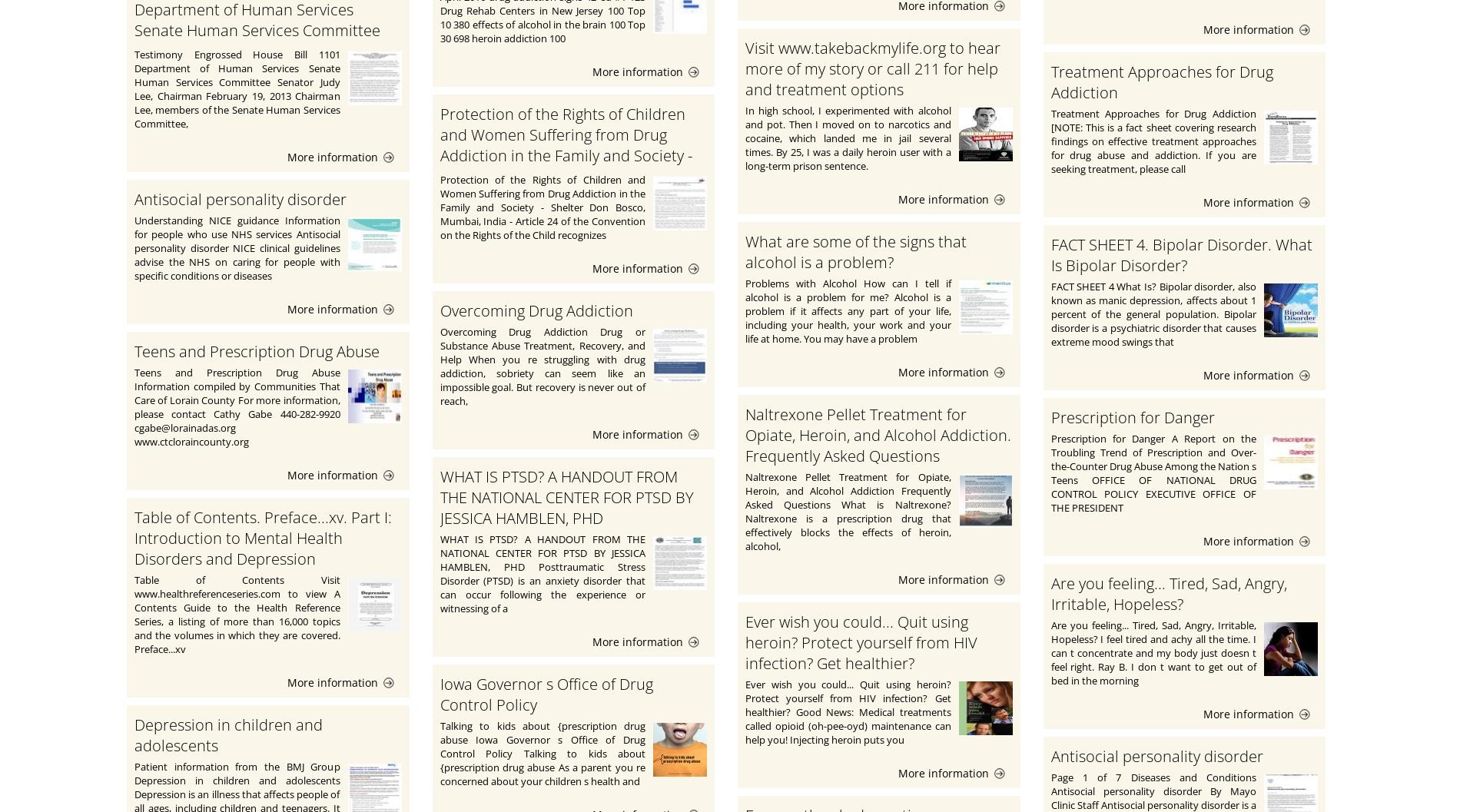  I want to click on 'FACT SHEET 4 What Is? Bipolar disorder, also known as manic depression, affects about 1 percent of the general population. Bipolar disorder is a psychiatric disorder that causes extreme mood swings that', so click(1153, 313).